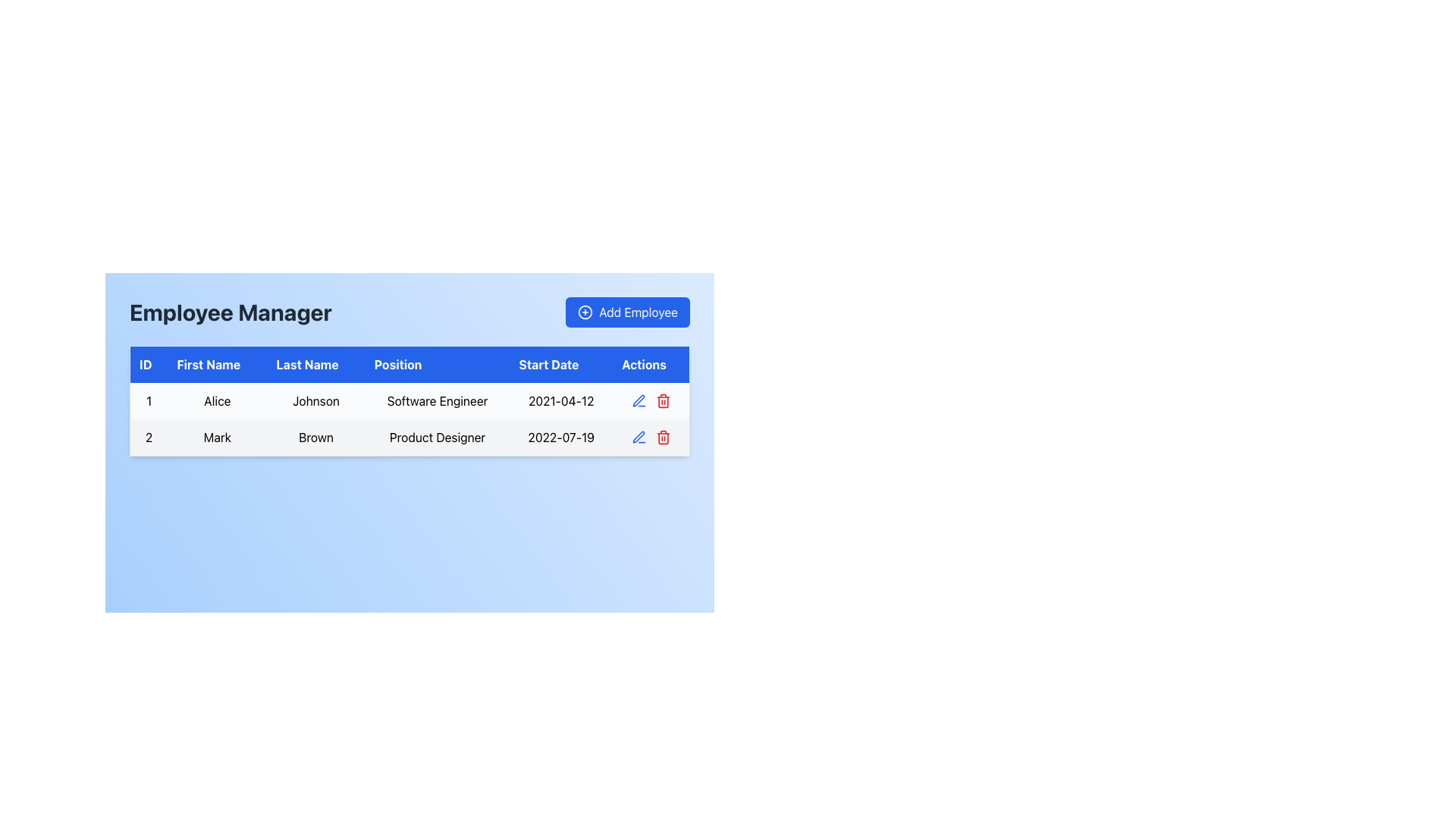  I want to click on the blue circular icon at the center of the 'Add Employee' button located at the top-right corner above the table component, so click(585, 312).